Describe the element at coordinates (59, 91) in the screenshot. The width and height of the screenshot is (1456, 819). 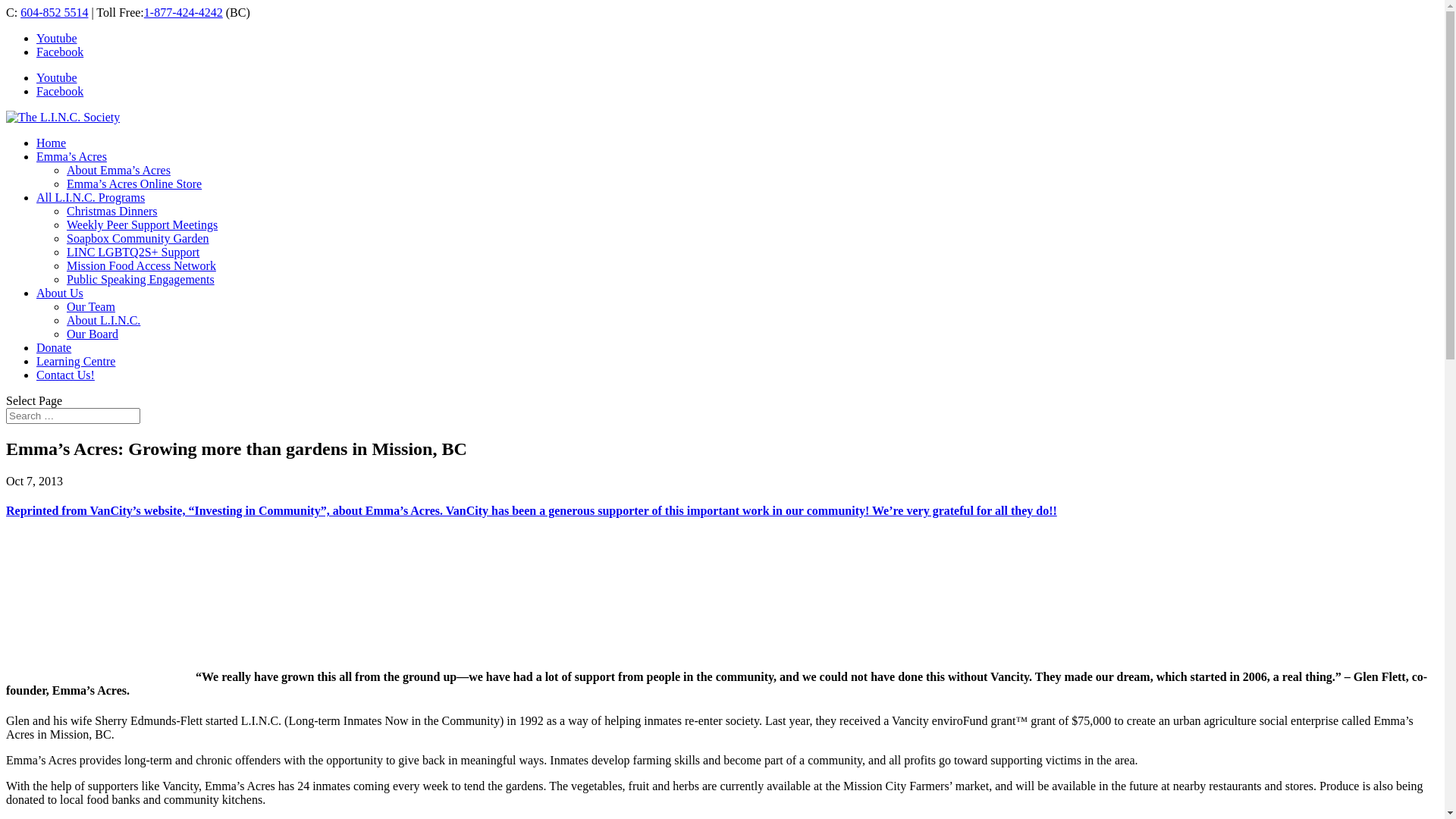
I see `'Facebook'` at that location.